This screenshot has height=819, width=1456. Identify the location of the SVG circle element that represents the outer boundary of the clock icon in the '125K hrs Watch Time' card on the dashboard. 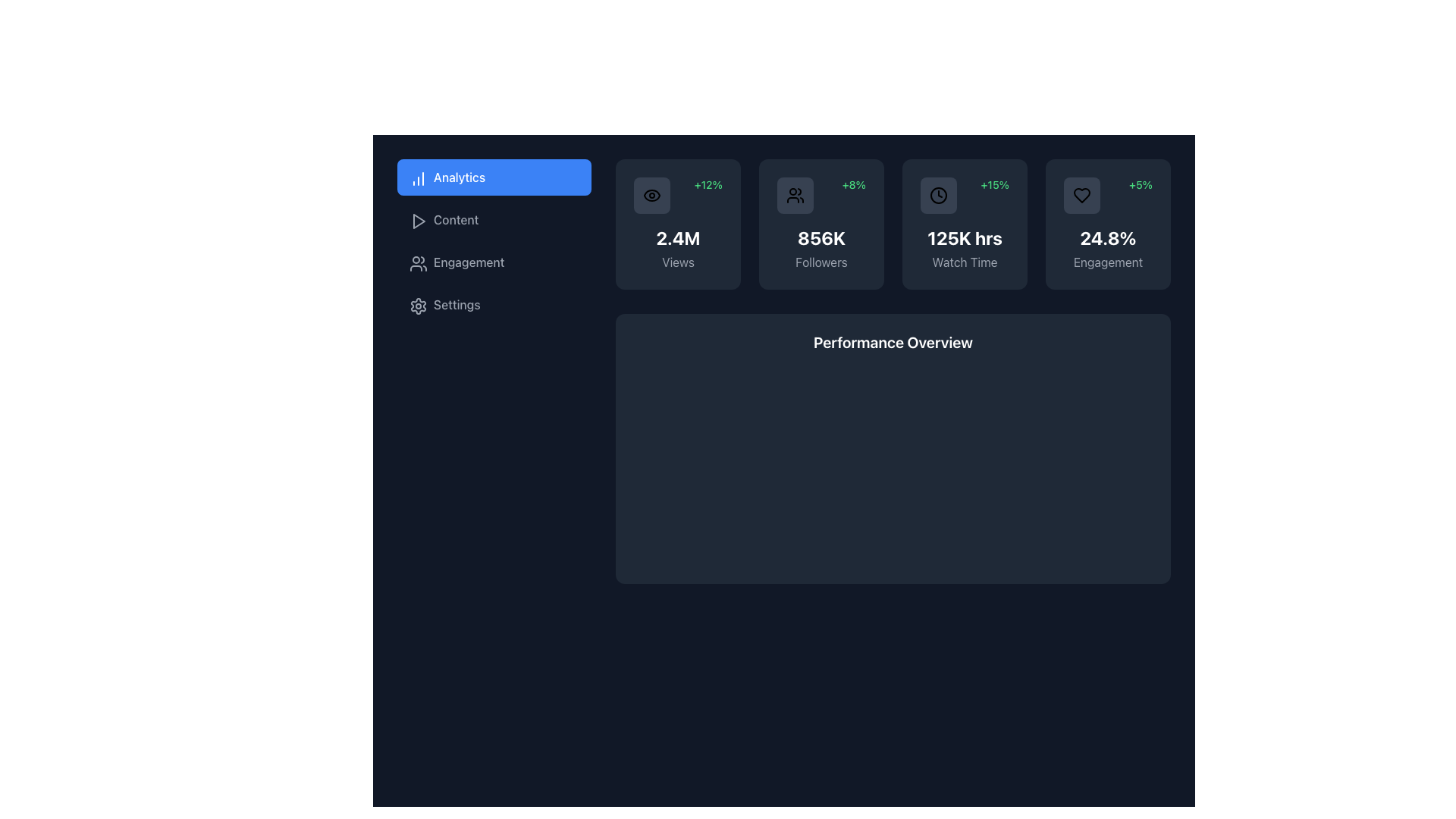
(938, 195).